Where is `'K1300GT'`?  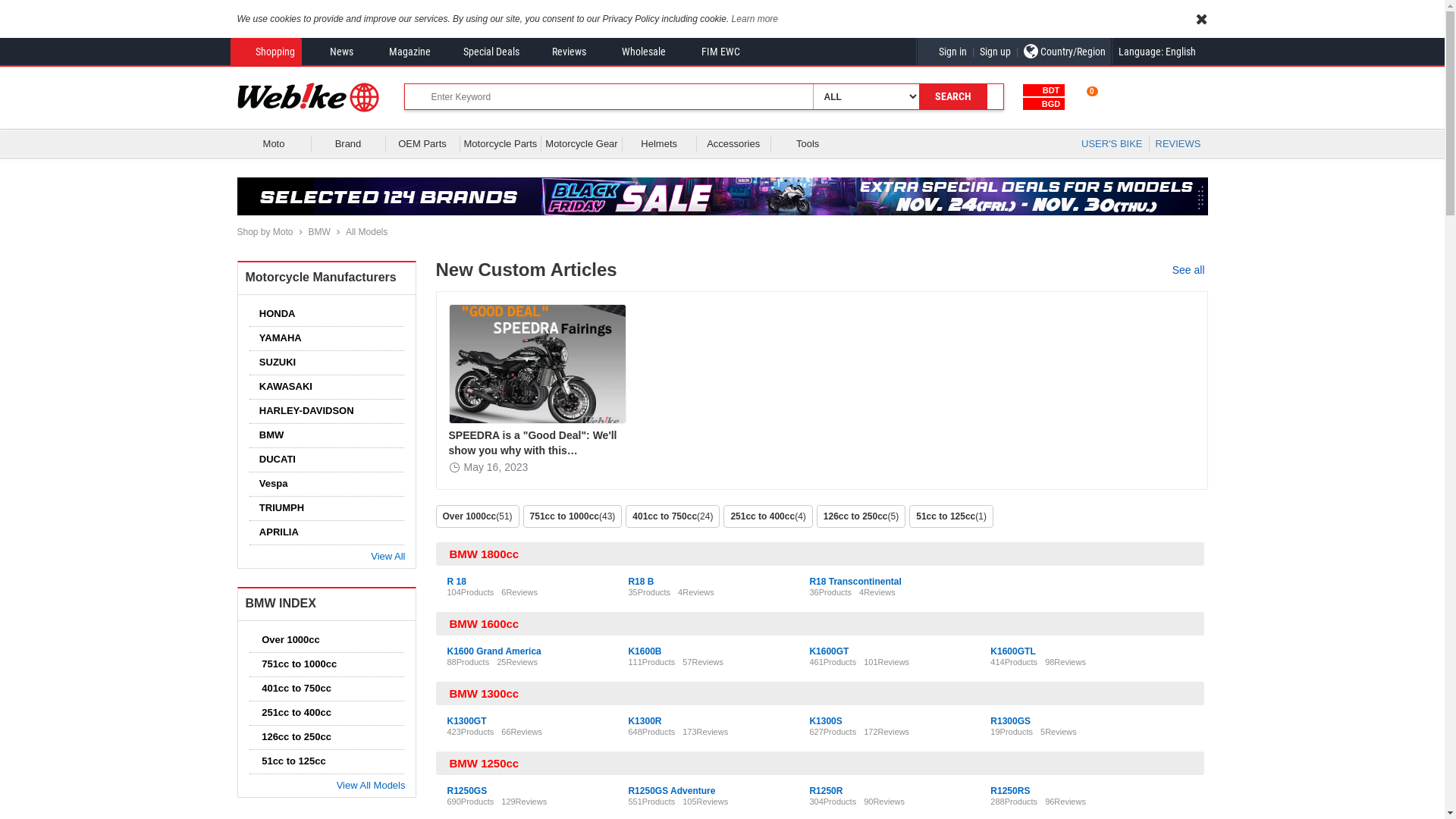
'K1300GT' is located at coordinates (447, 720).